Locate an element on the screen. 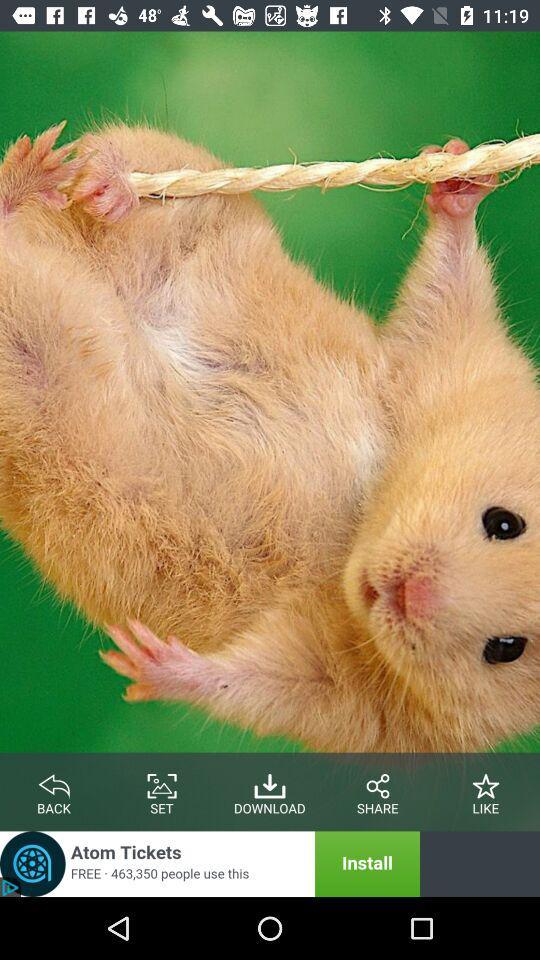 The height and width of the screenshot is (960, 540). open advertisement is located at coordinates (209, 863).